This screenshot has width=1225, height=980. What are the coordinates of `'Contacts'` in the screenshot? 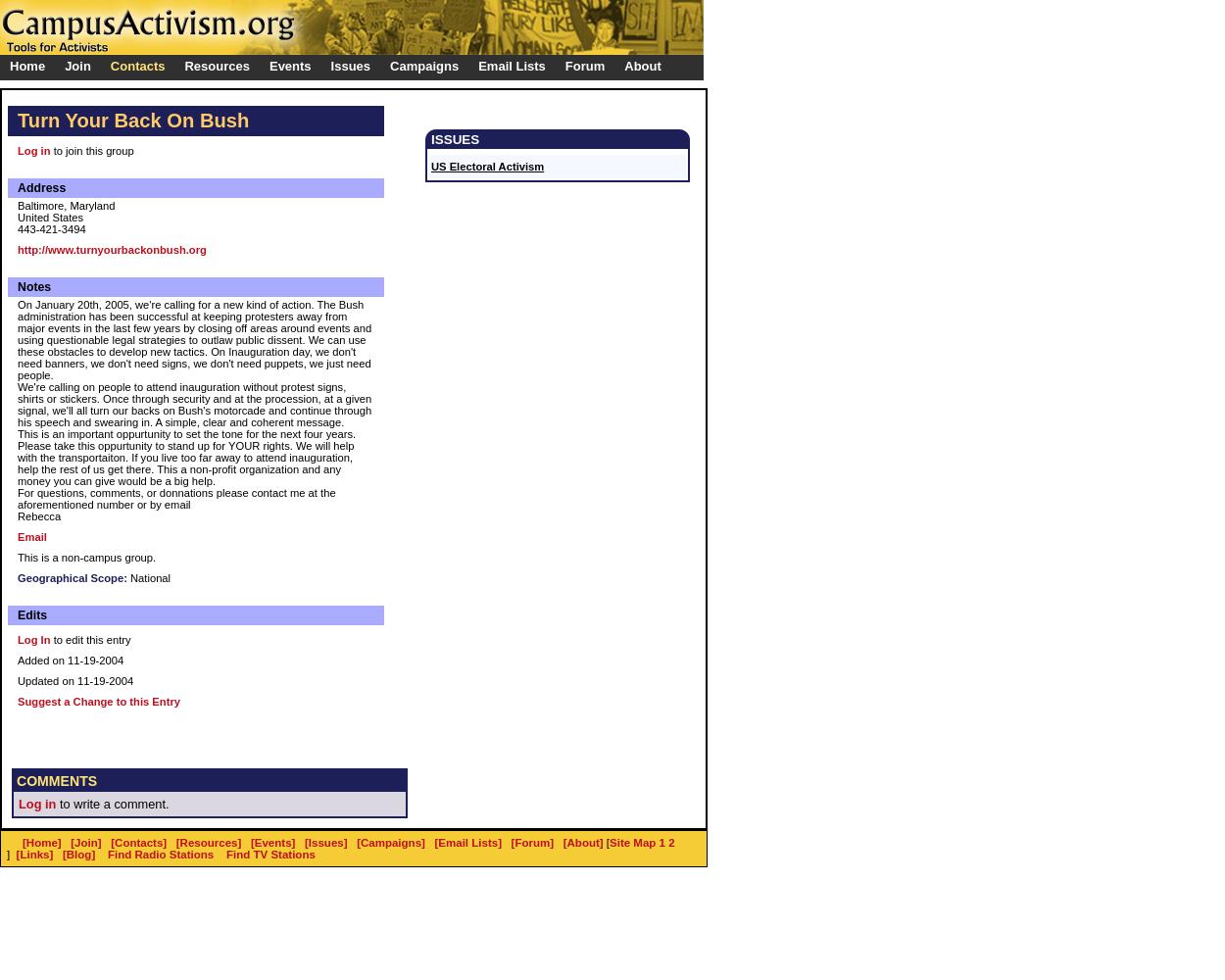 It's located at (109, 65).